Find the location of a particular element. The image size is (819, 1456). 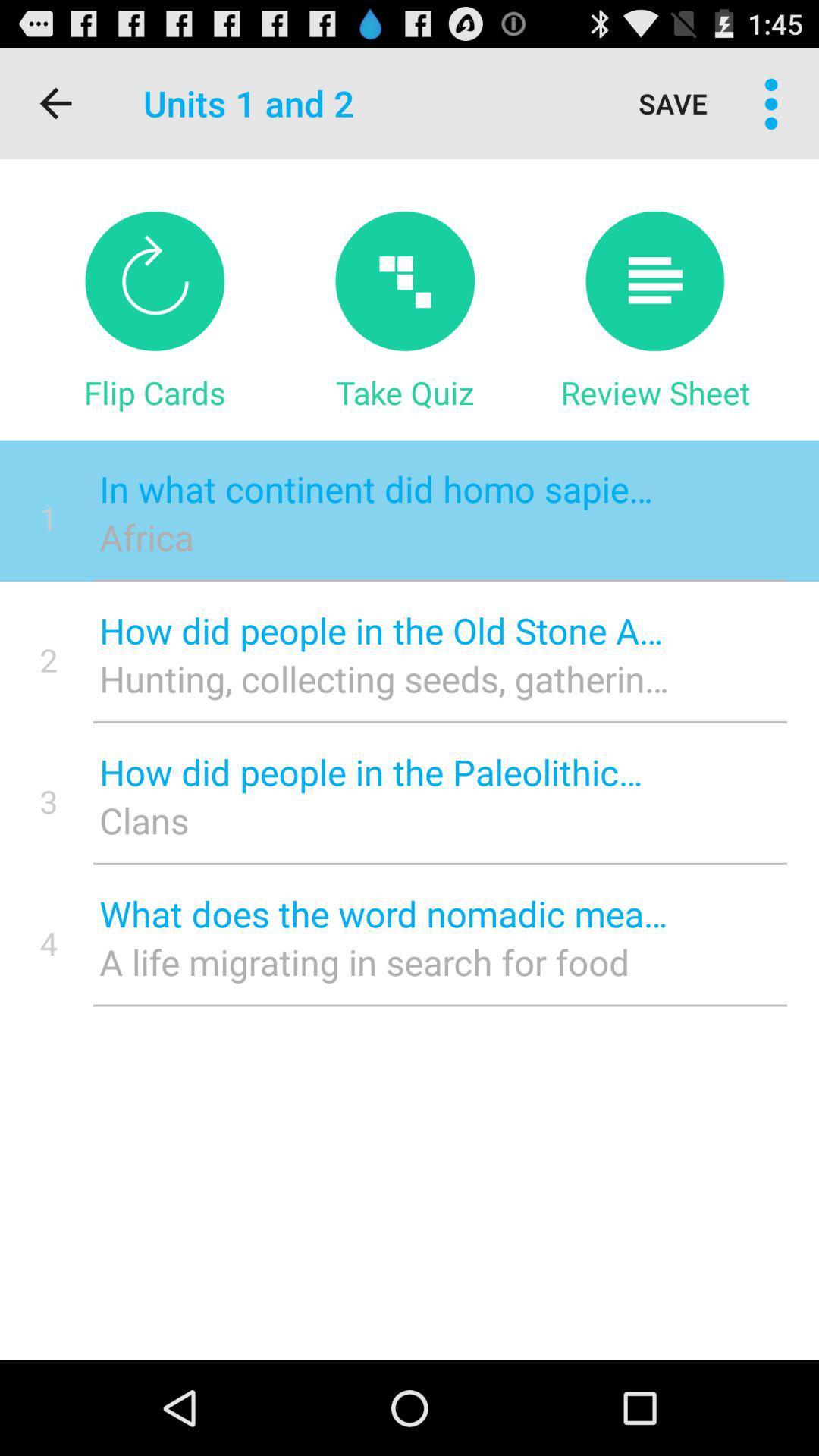

review sheet is located at coordinates (654, 281).